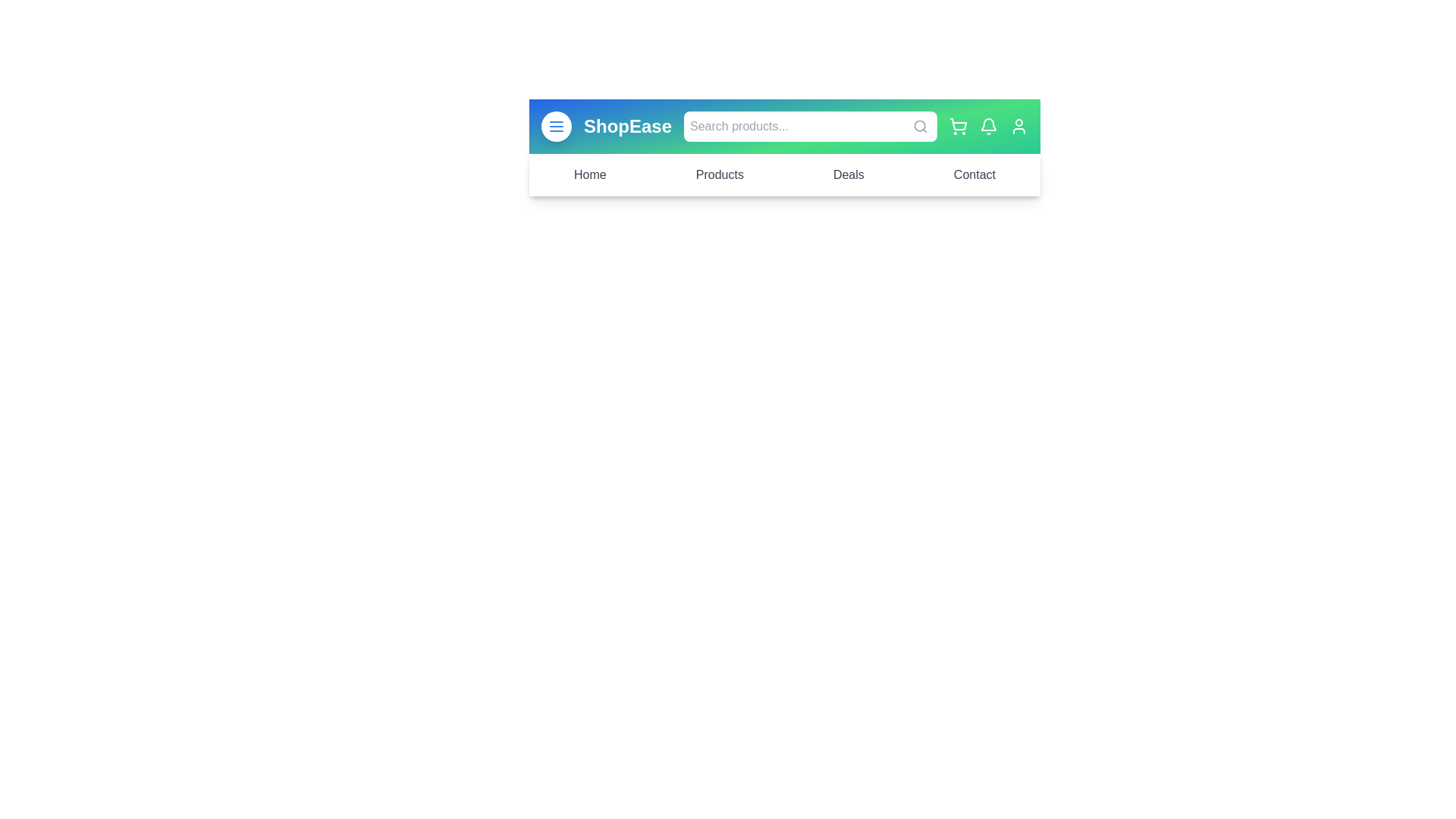 Image resolution: width=1456 pixels, height=819 pixels. I want to click on the shopping cart icon, so click(957, 125).